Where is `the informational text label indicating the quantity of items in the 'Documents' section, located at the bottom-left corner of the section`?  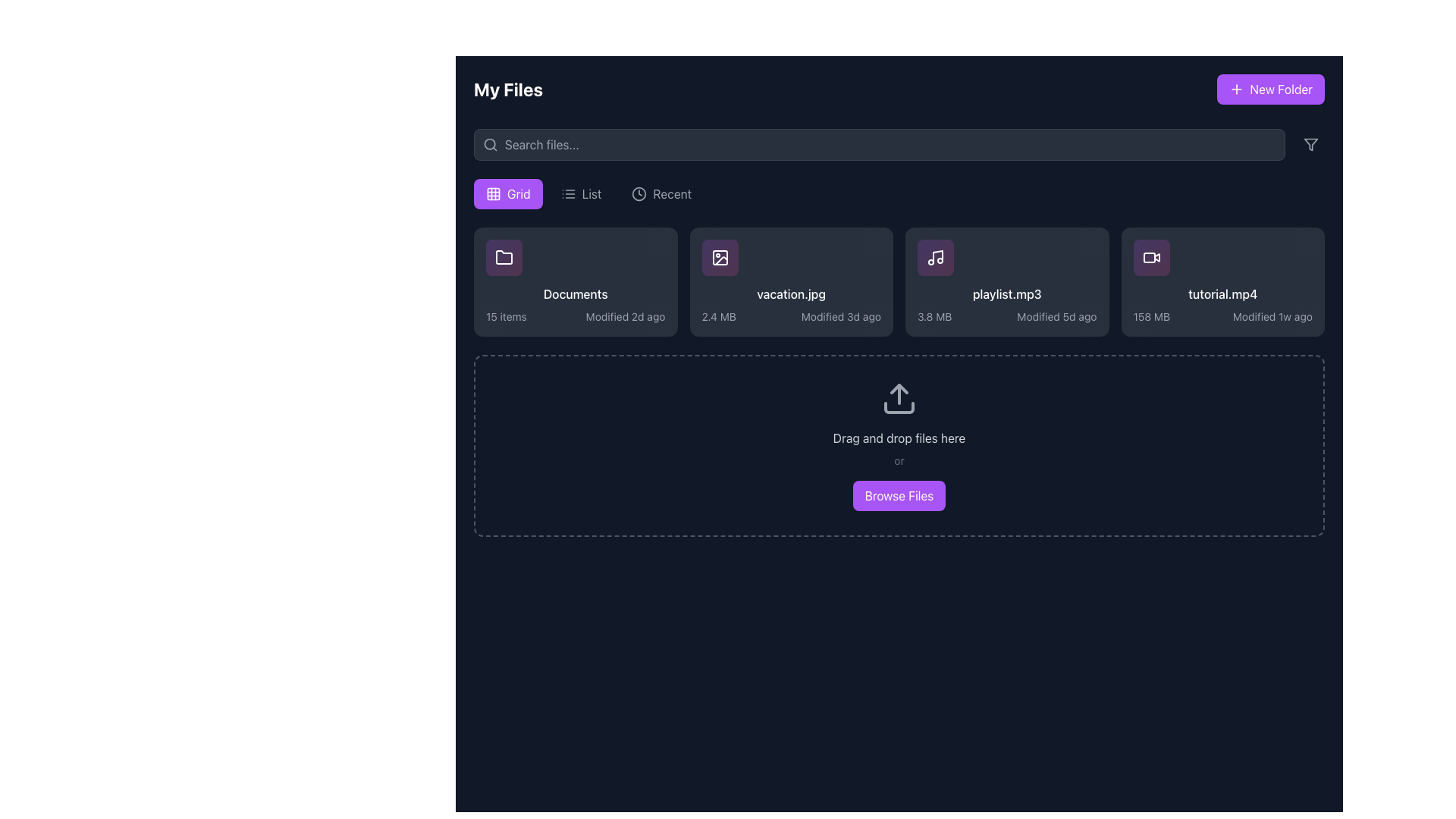
the informational text label indicating the quantity of items in the 'Documents' section, located at the bottom-left corner of the section is located at coordinates (506, 315).